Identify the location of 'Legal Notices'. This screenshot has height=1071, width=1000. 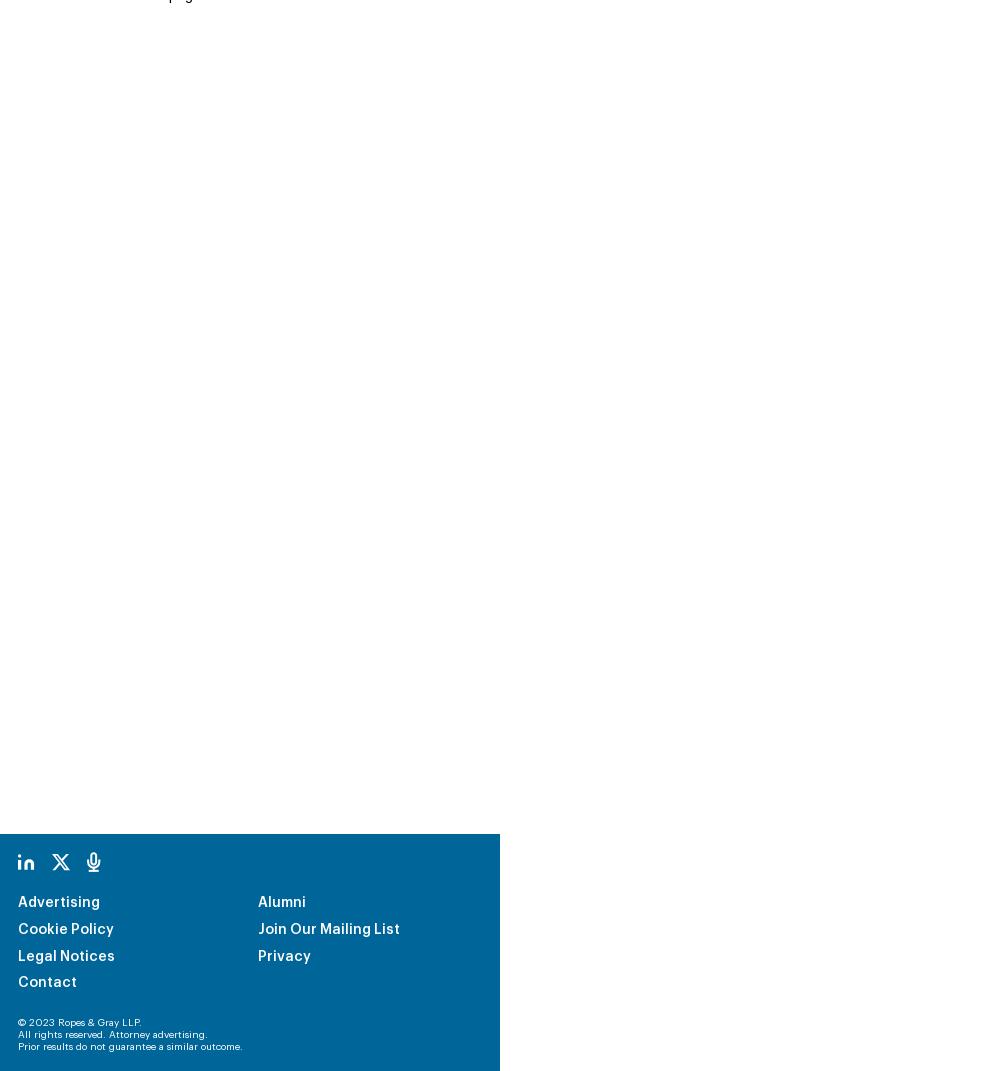
(65, 820).